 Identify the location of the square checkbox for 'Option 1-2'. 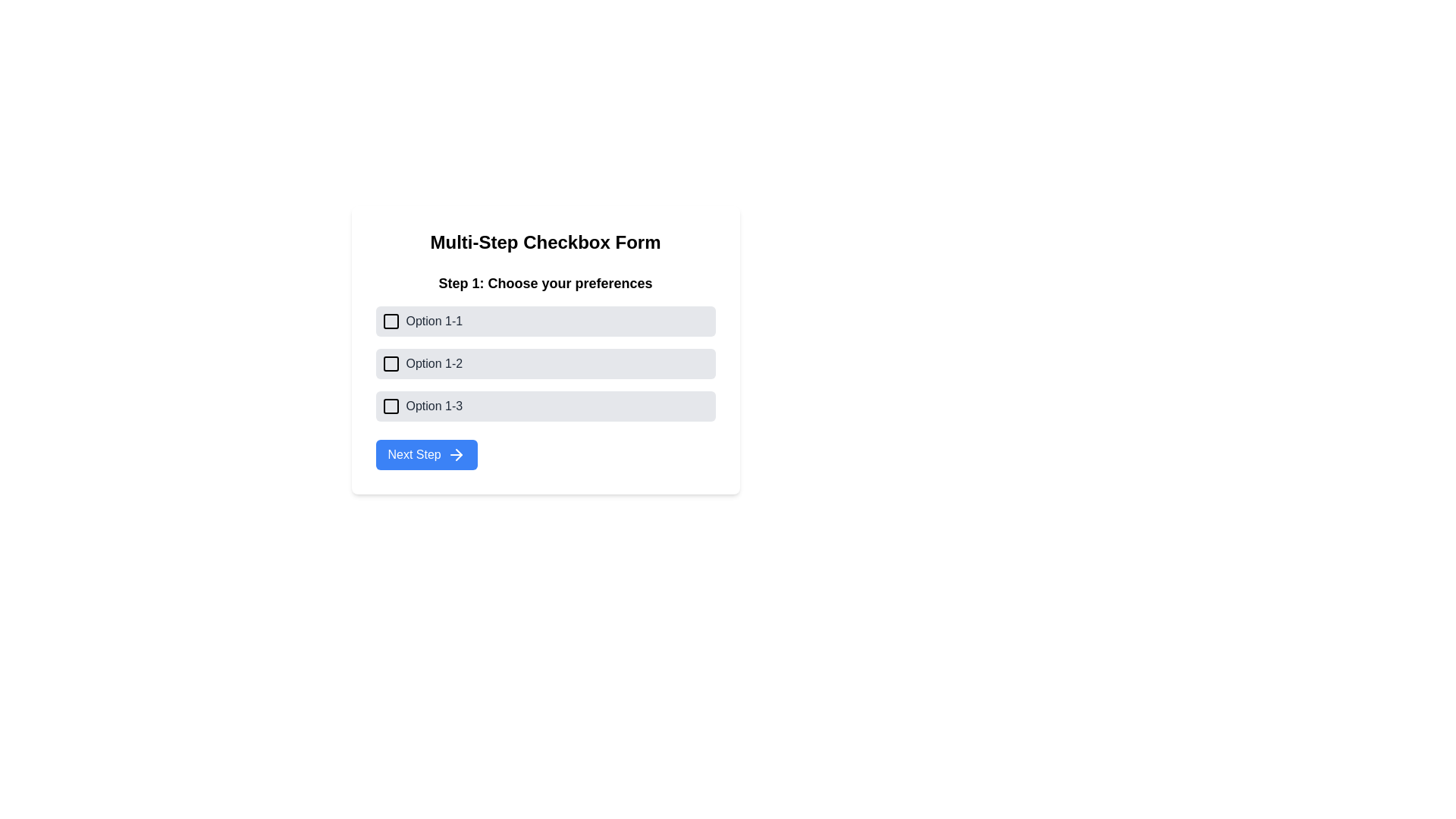
(391, 363).